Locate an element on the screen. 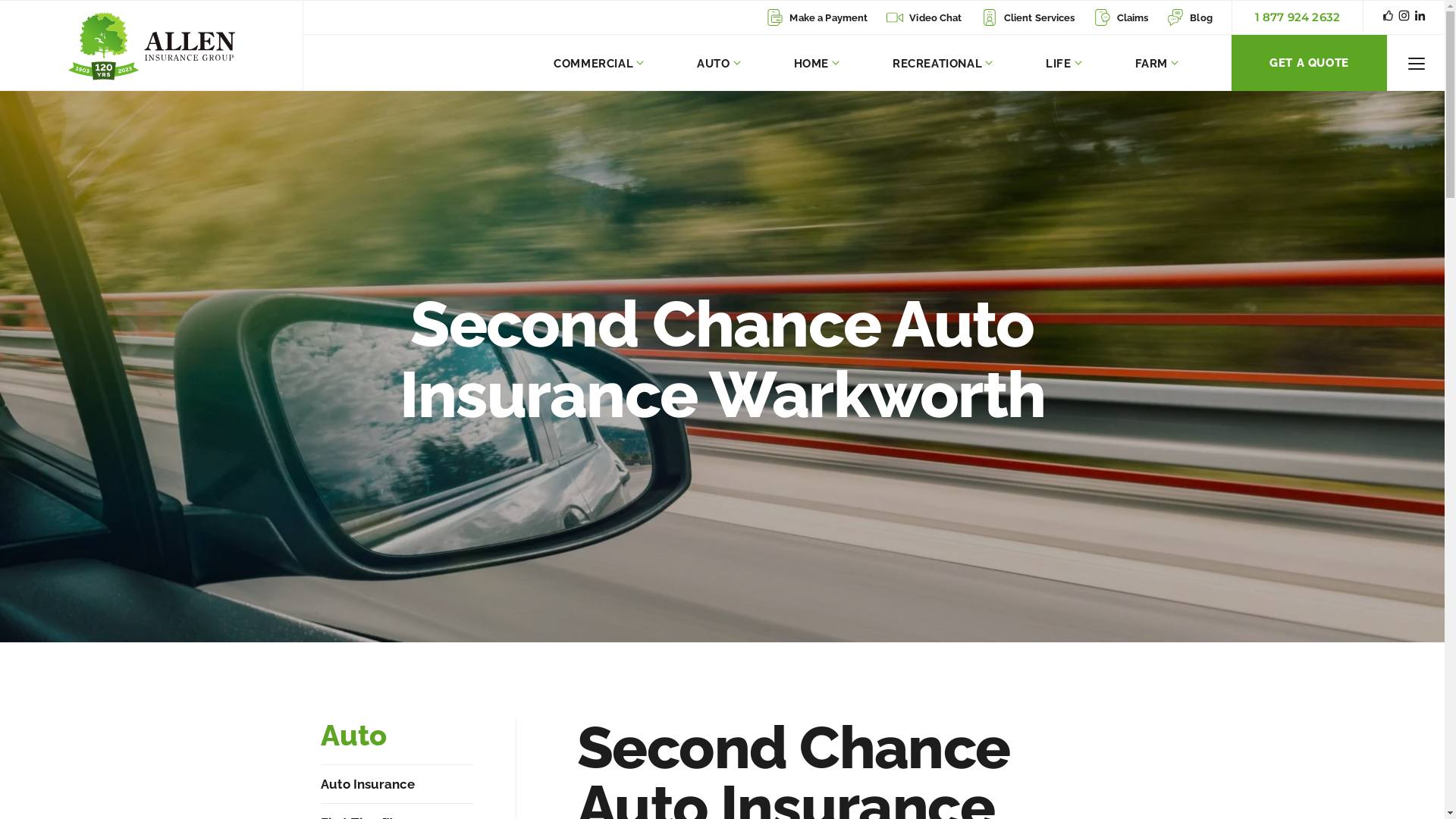 This screenshot has height=819, width=1456. 'COMMERCIAL' is located at coordinates (598, 62).